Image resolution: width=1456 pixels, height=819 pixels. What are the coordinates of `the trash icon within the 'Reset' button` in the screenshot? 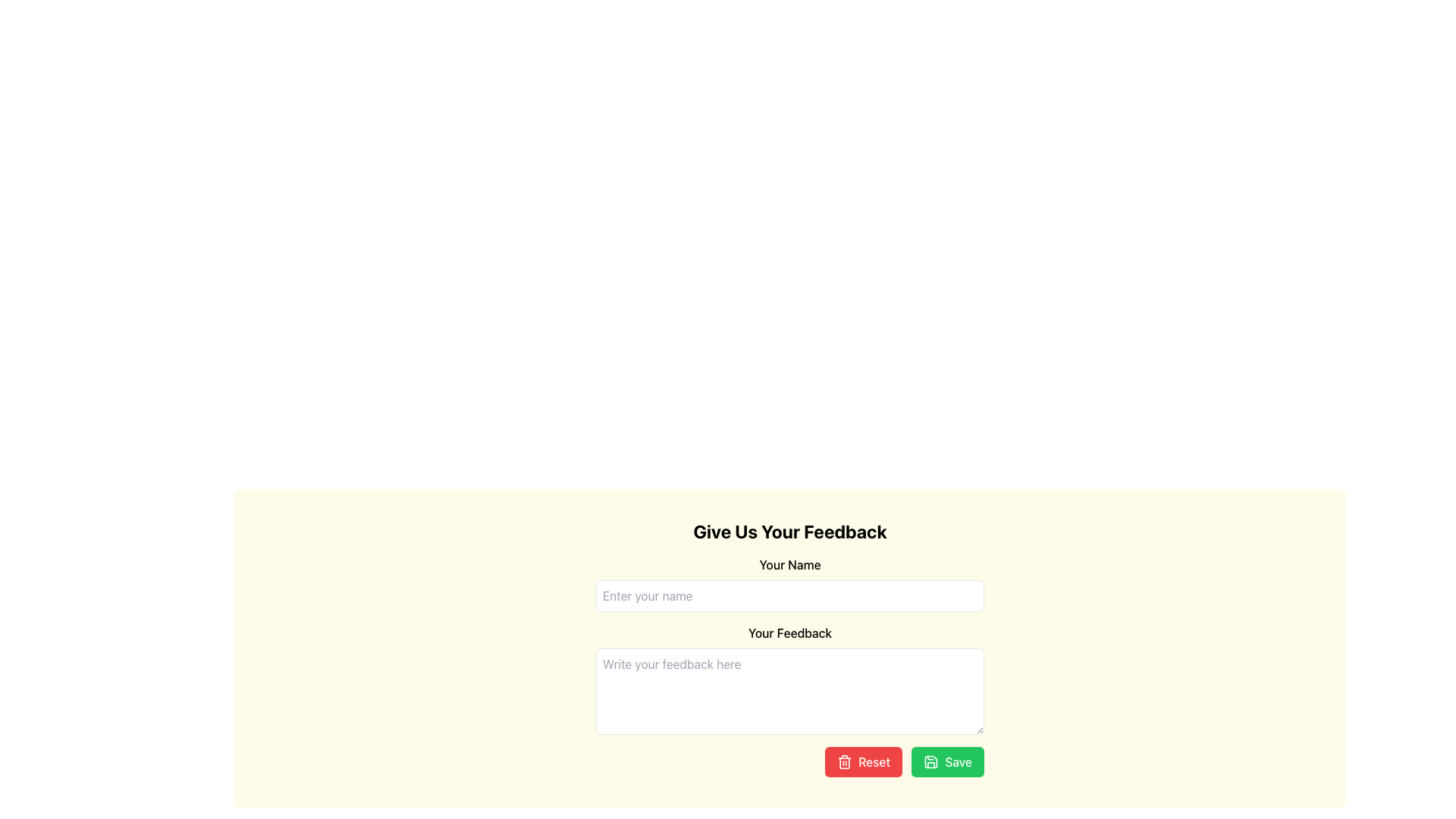 It's located at (844, 762).